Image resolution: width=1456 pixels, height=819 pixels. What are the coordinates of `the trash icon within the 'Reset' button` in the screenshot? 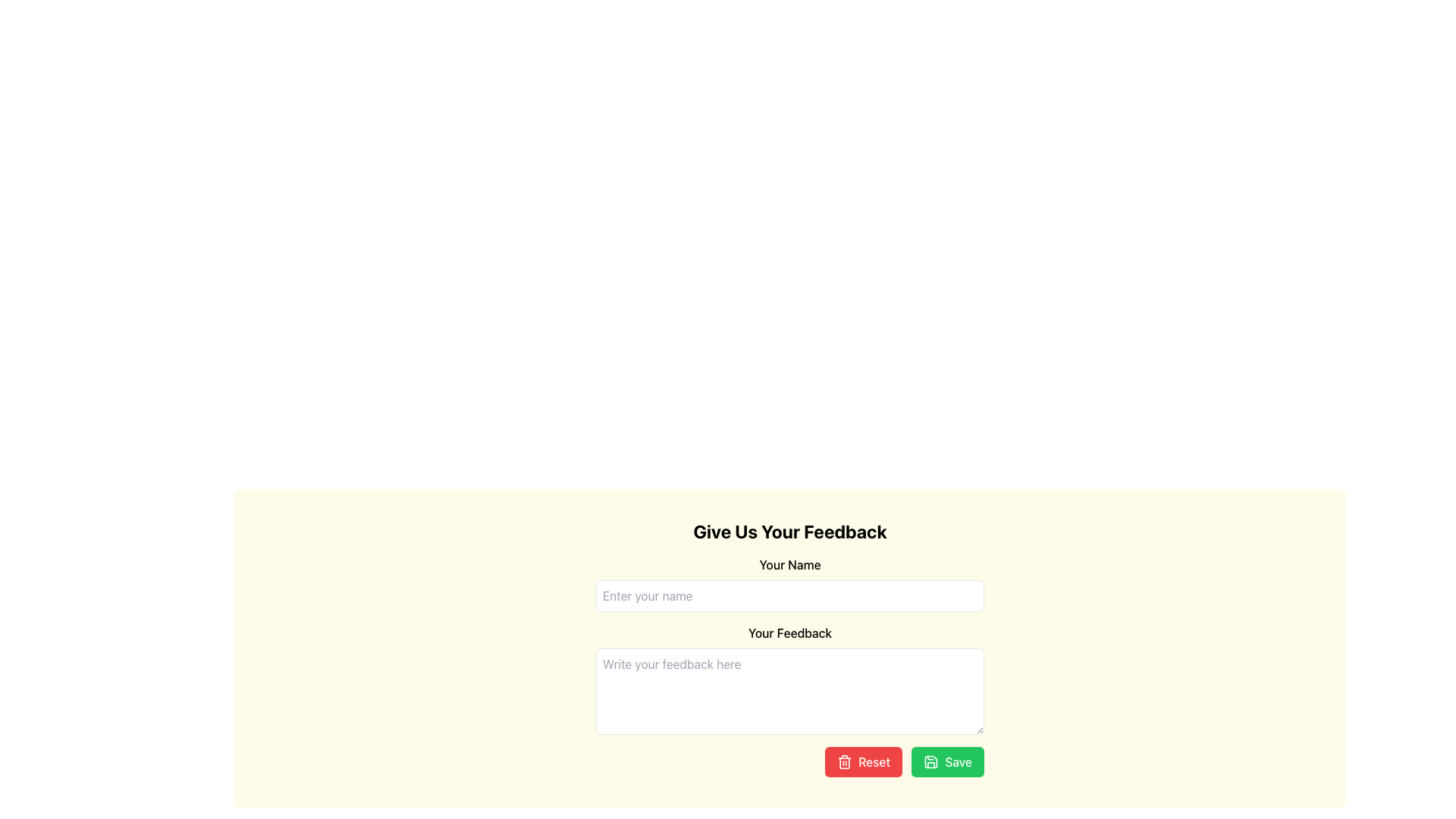 It's located at (844, 762).